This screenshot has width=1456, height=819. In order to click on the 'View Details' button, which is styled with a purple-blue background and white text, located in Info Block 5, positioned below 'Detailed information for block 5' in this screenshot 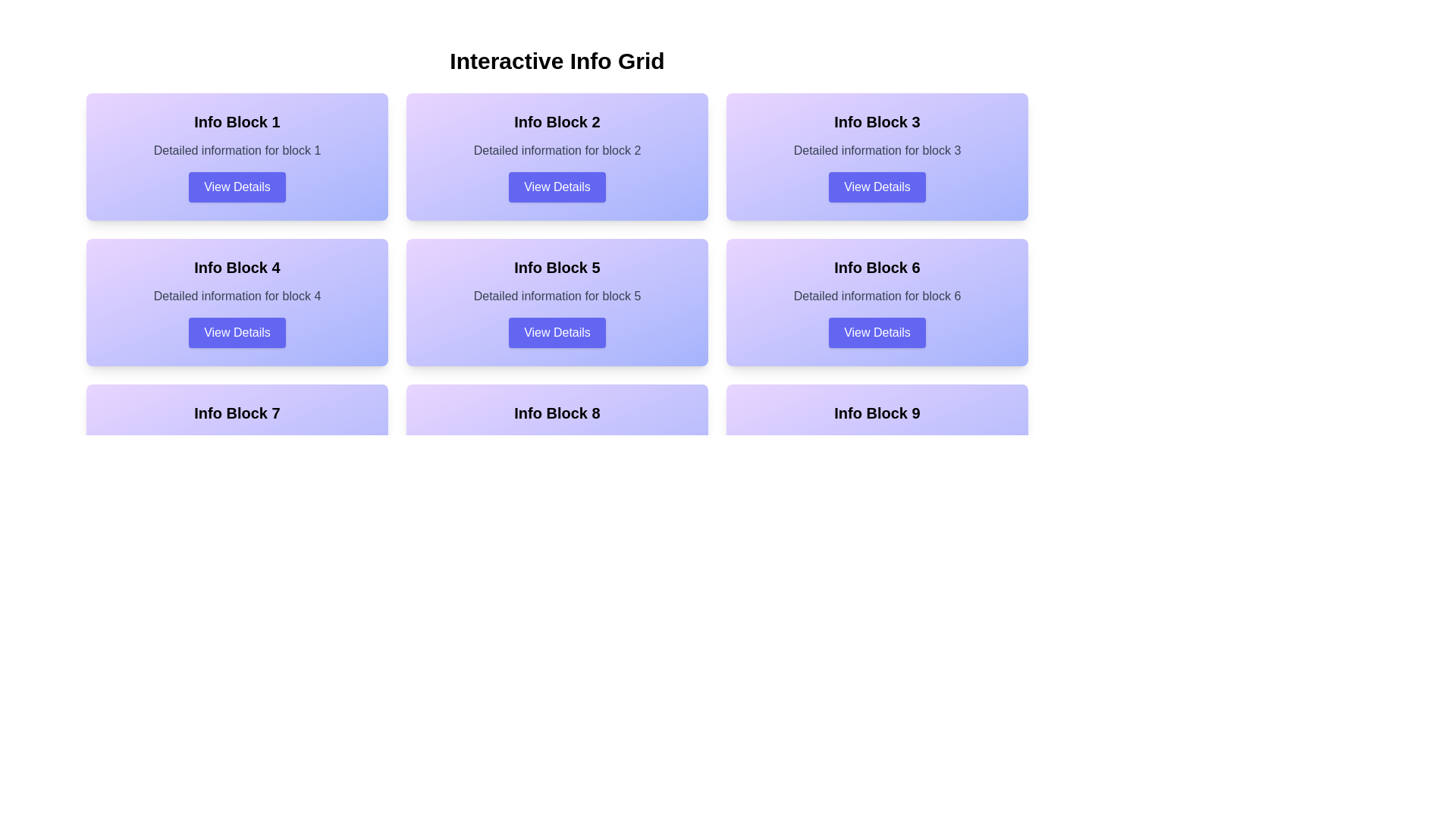, I will do `click(556, 332)`.